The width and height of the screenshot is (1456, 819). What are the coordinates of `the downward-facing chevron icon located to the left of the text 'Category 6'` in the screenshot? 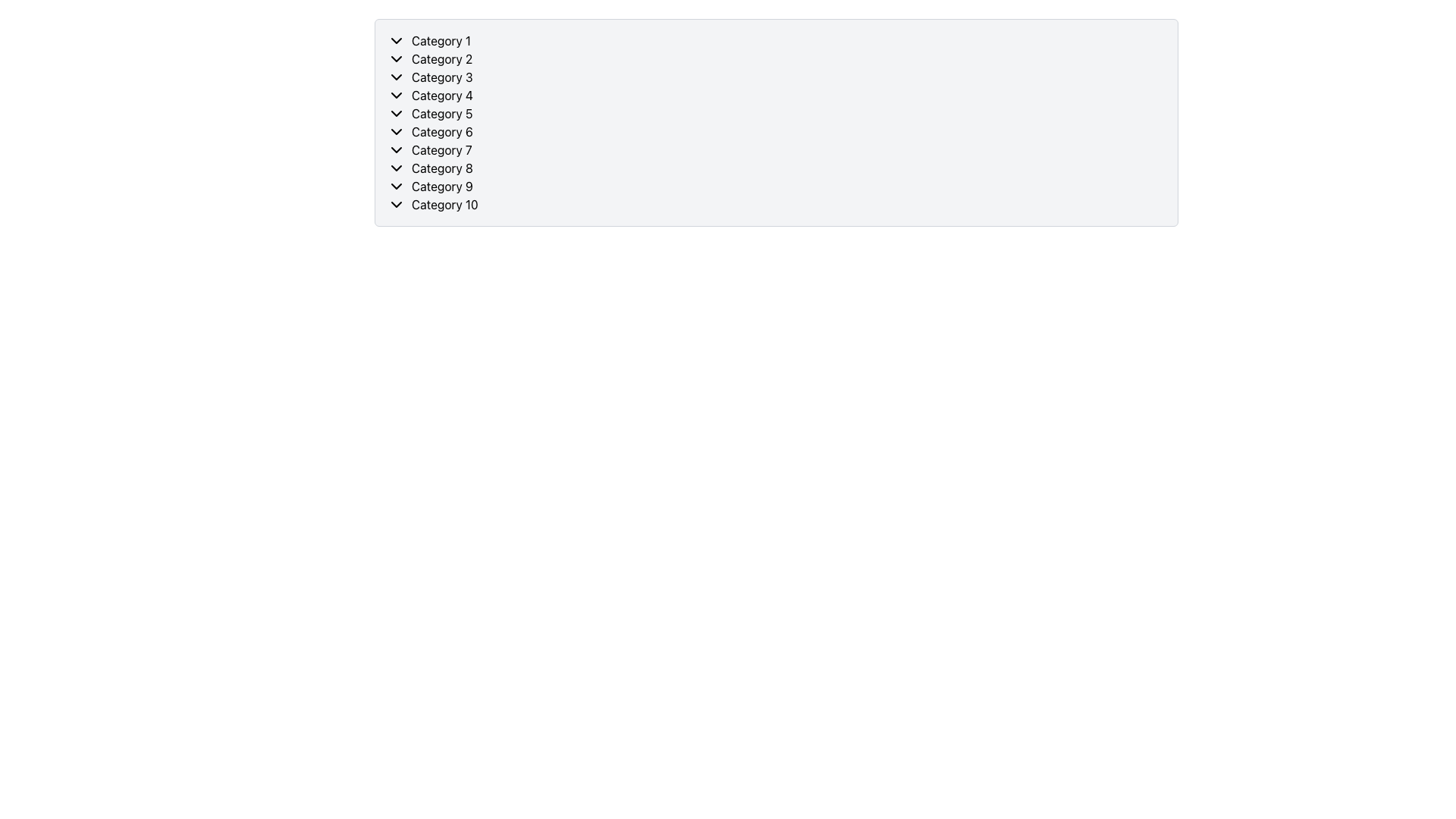 It's located at (397, 130).